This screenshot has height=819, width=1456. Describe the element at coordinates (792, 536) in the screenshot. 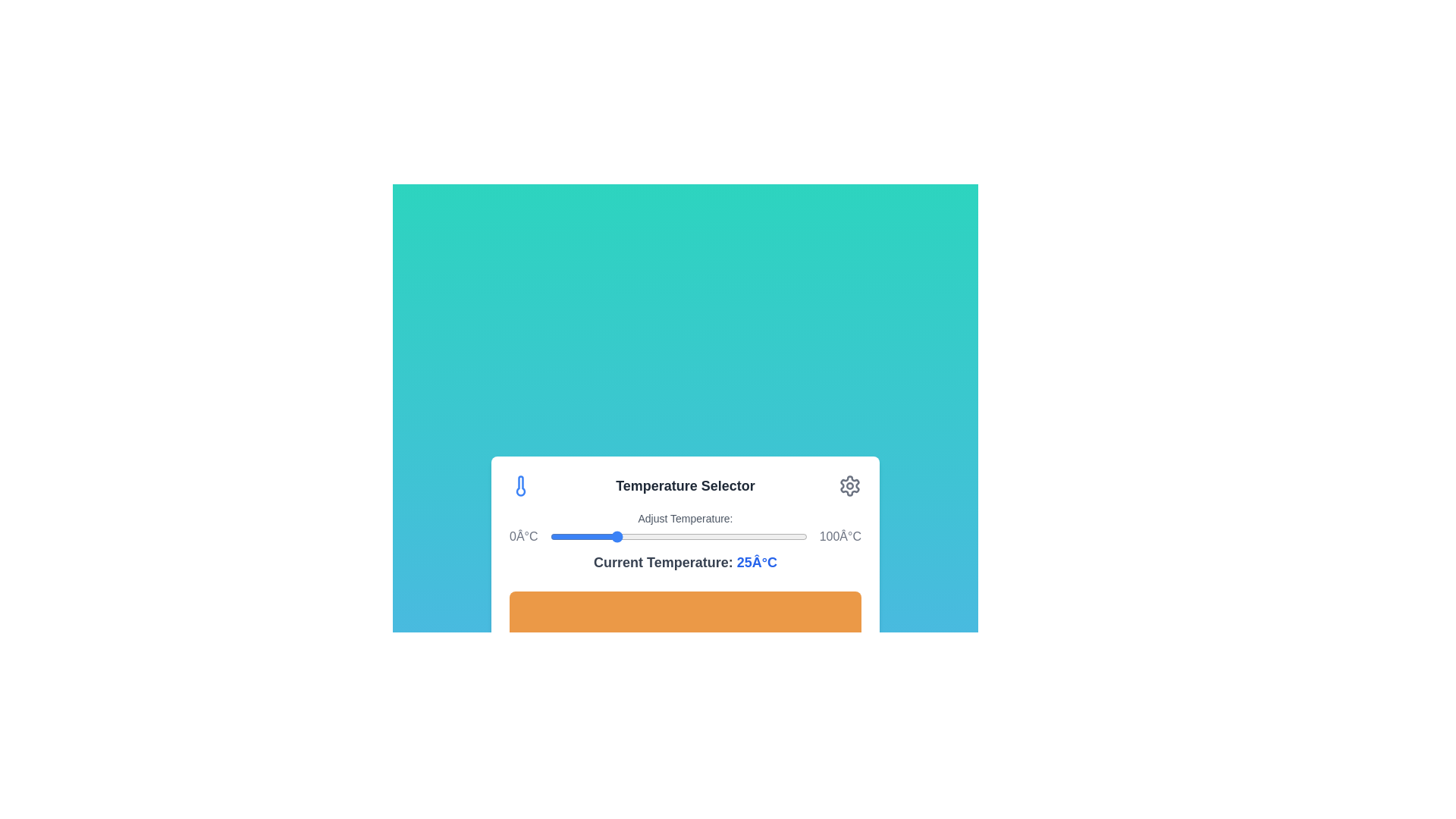

I see `the temperature to 95°C by moving the slider` at that location.